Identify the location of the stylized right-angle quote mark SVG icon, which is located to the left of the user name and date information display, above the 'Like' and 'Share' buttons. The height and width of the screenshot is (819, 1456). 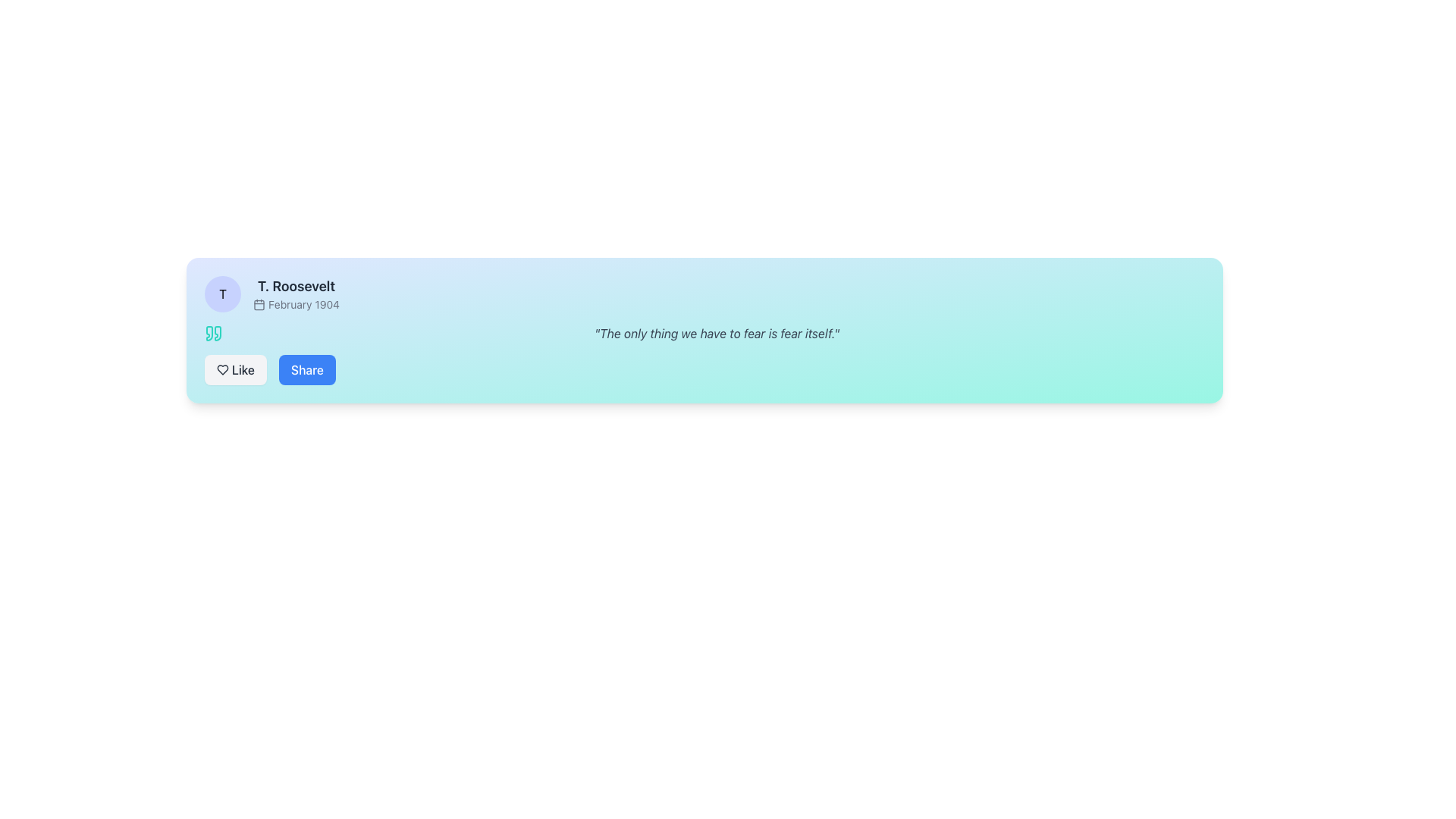
(217, 332).